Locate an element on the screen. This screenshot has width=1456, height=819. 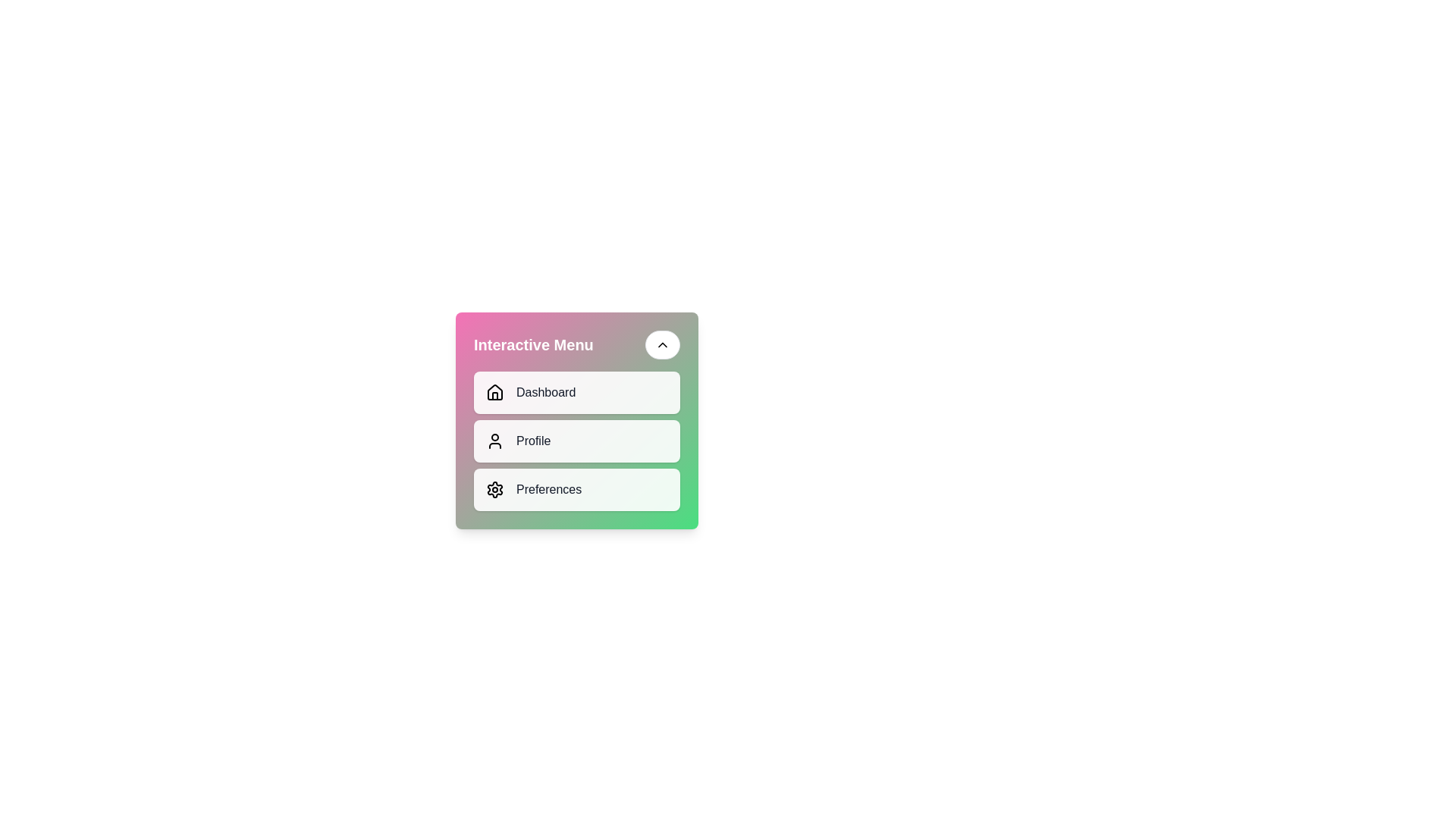
the Dashboard icon (representing a house) in the sidebar menu is located at coordinates (494, 391).